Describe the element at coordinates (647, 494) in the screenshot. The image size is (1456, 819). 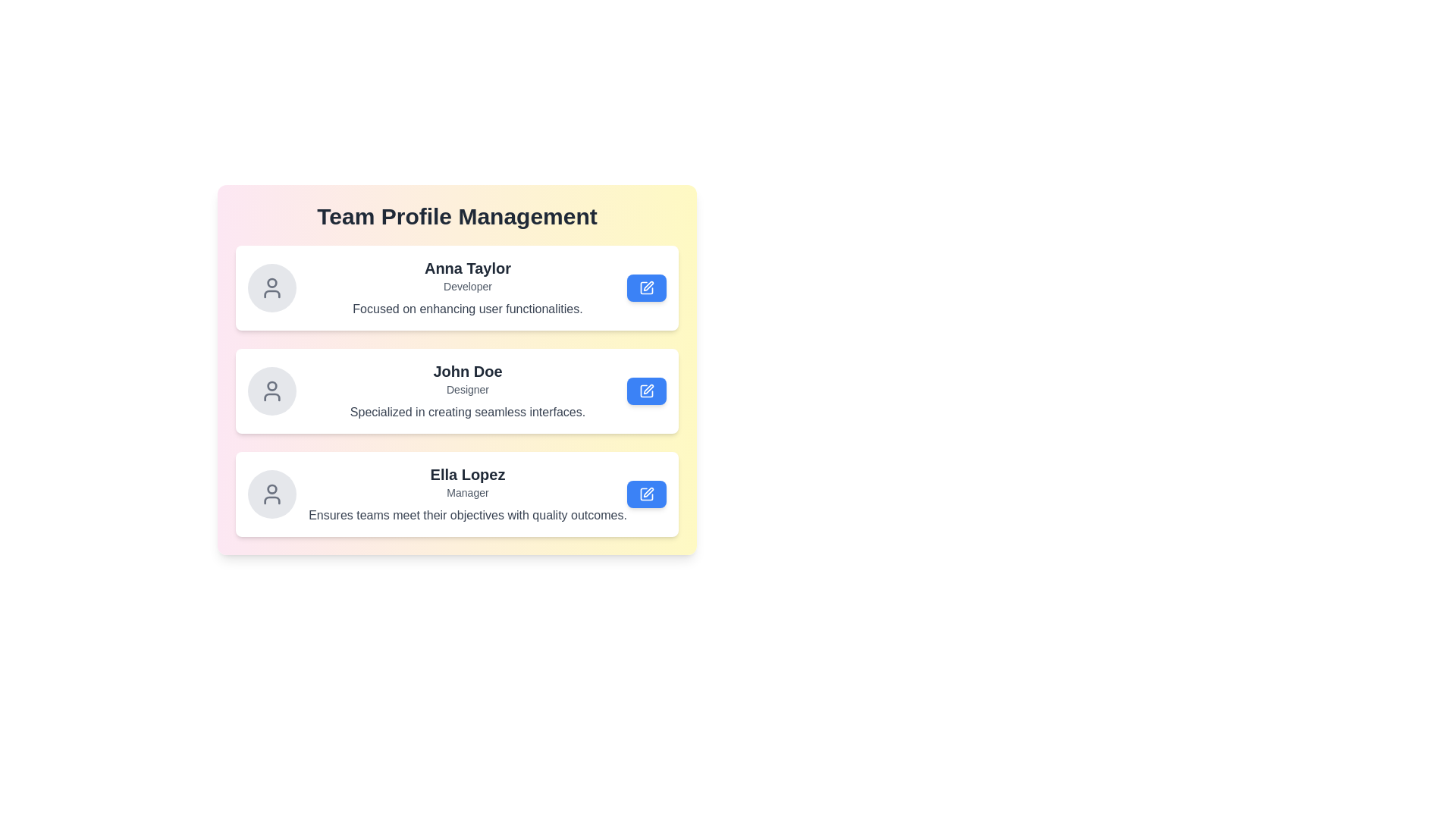
I see `the edit button for the profile of Ella Lopez` at that location.